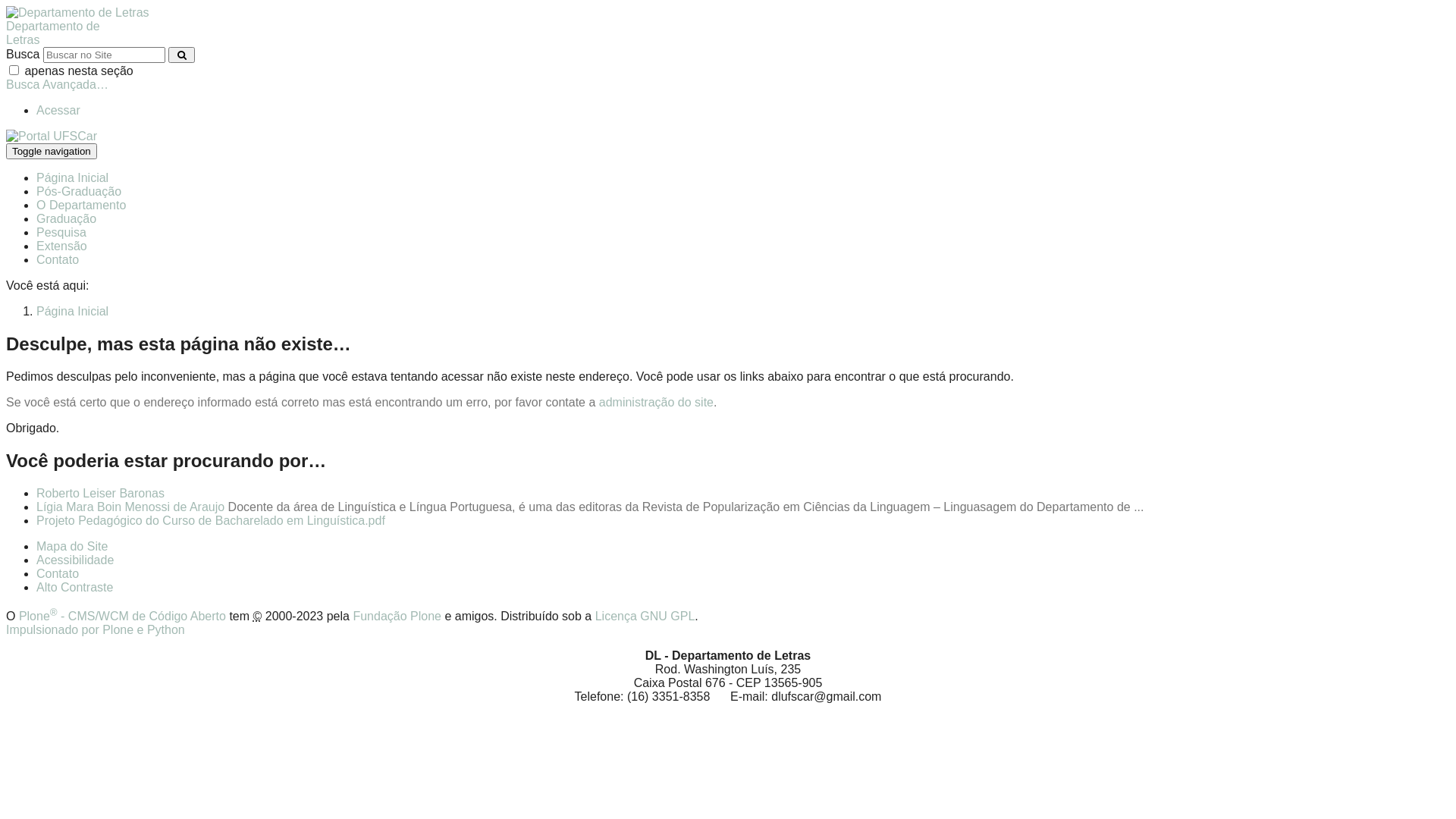 The height and width of the screenshot is (819, 1456). I want to click on 'O Departamento', so click(80, 205).